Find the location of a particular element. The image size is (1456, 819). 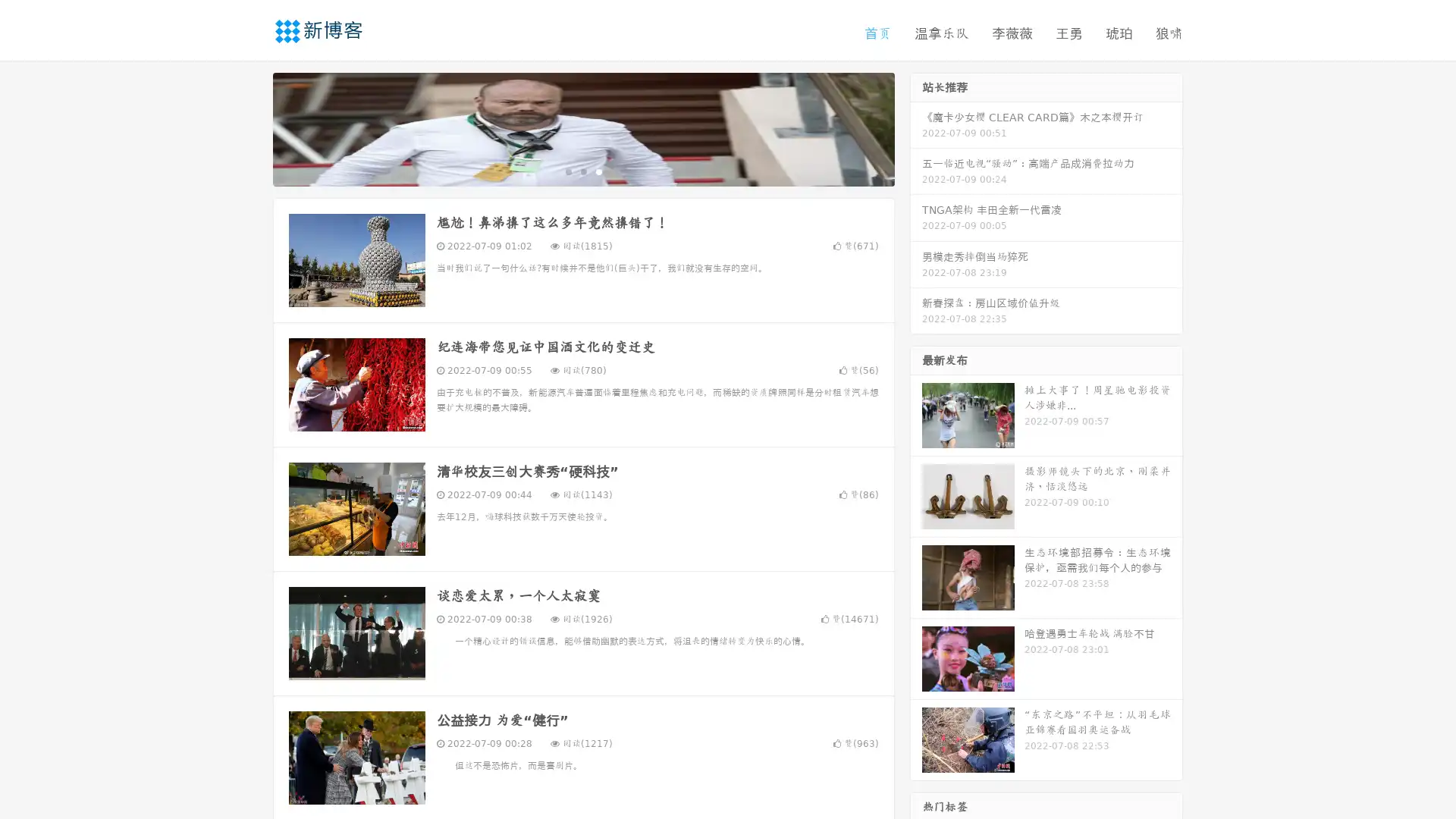

Go to slide 3 is located at coordinates (598, 171).